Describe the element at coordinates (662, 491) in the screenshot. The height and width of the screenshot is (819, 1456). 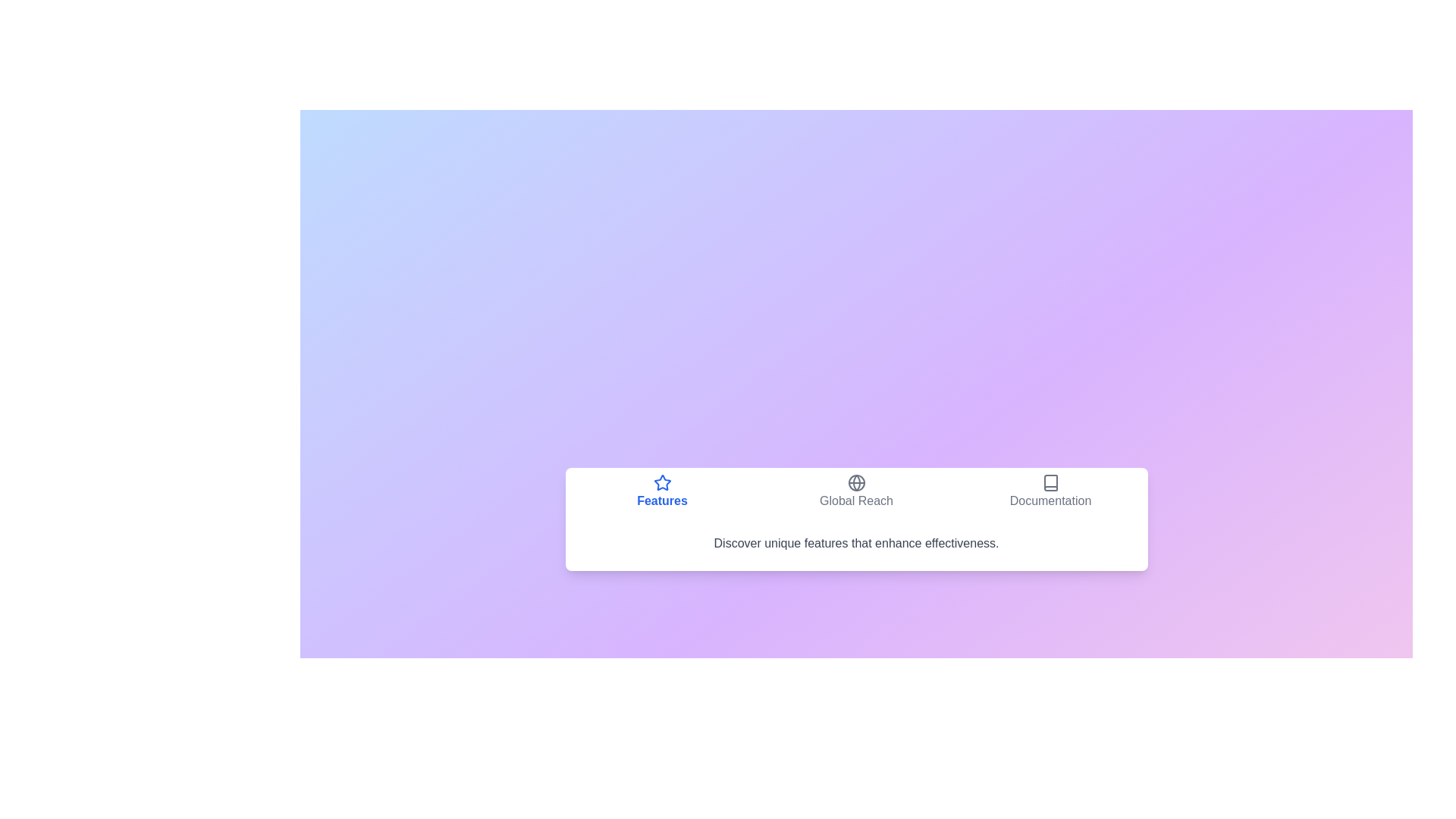
I see `the tab labeled Features` at that location.